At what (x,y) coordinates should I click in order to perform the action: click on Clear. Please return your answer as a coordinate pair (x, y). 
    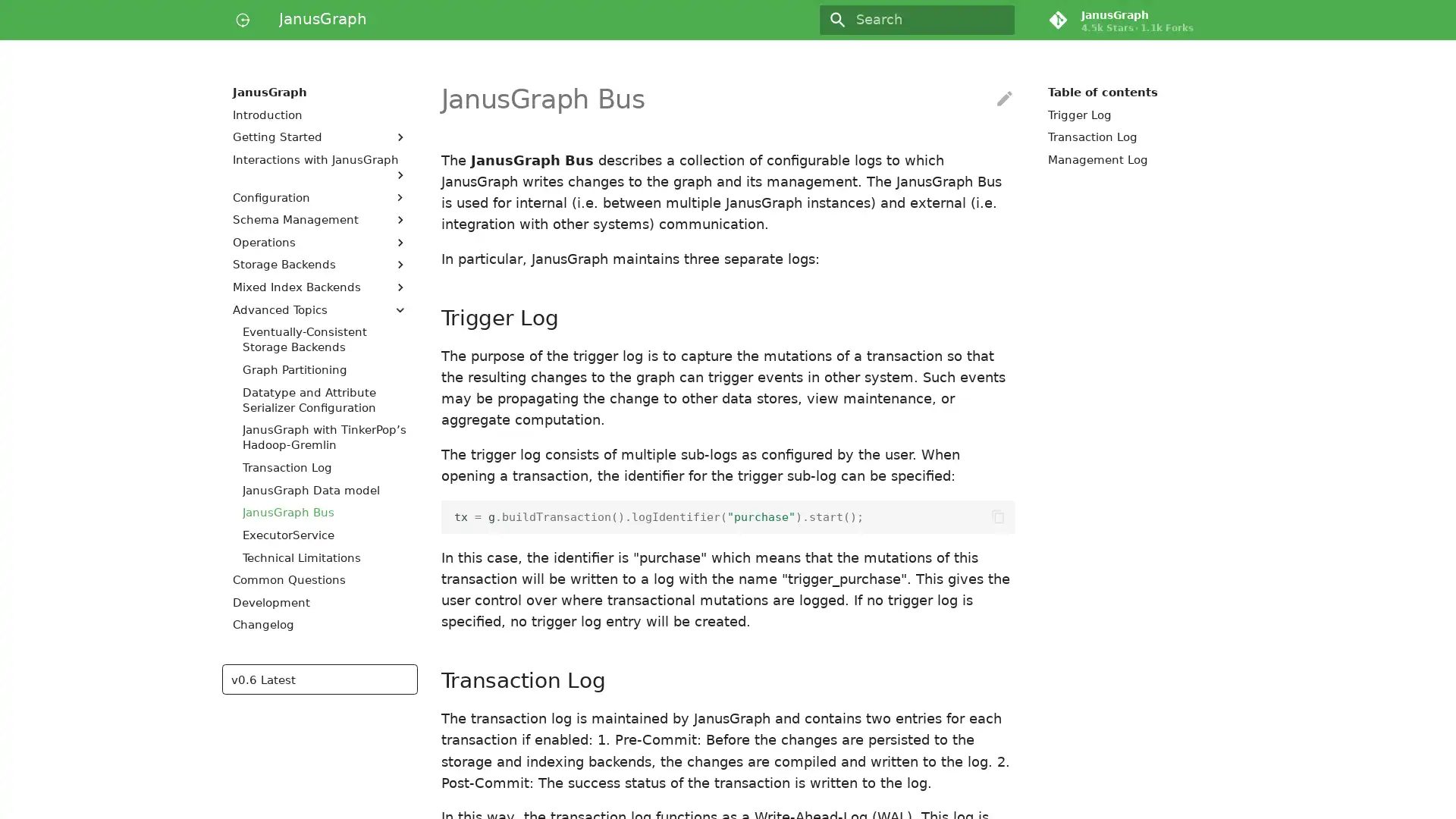
    Looking at the image, I should click on (996, 20).